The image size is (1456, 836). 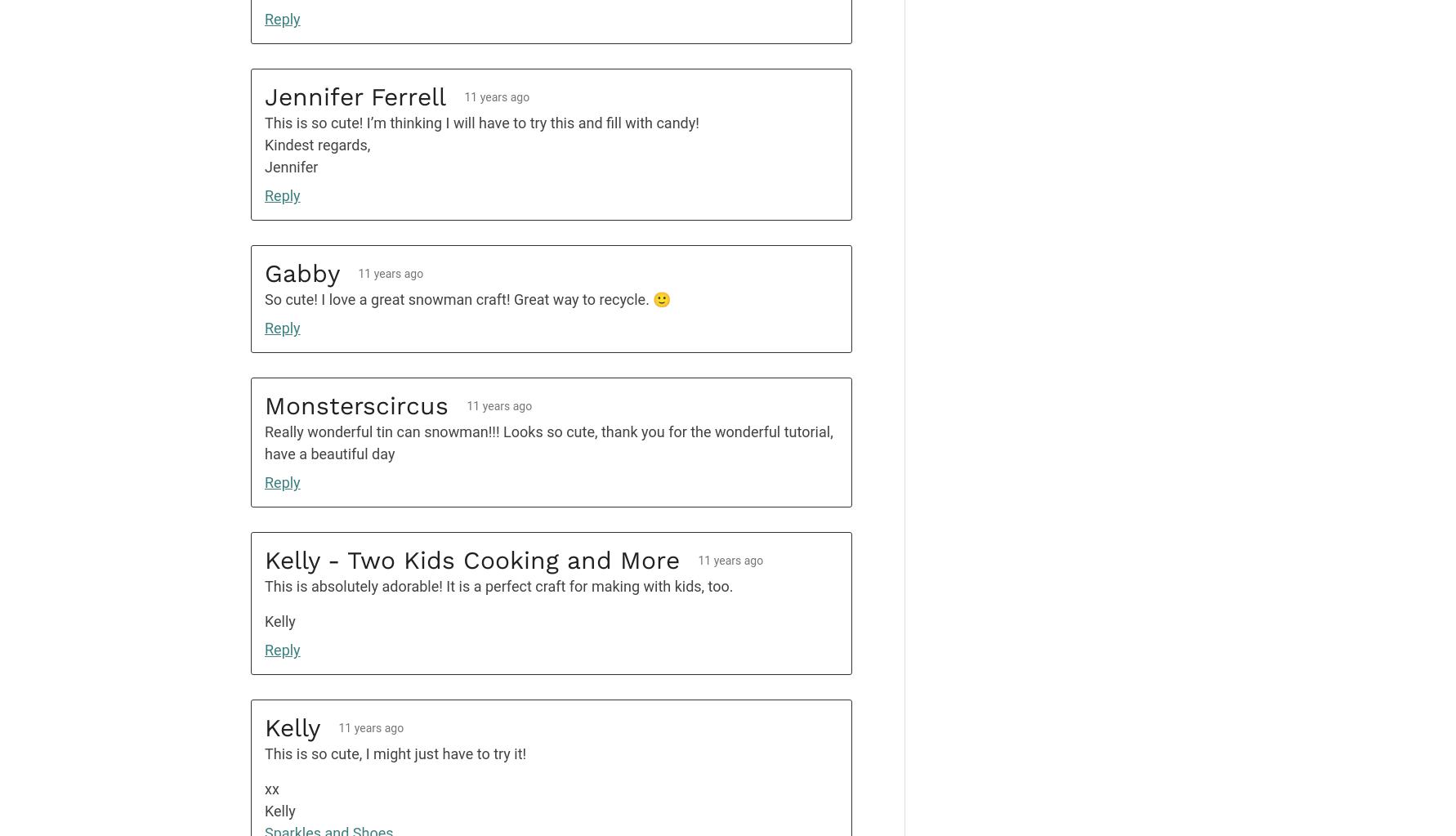 I want to click on 'xx', so click(x=263, y=789).